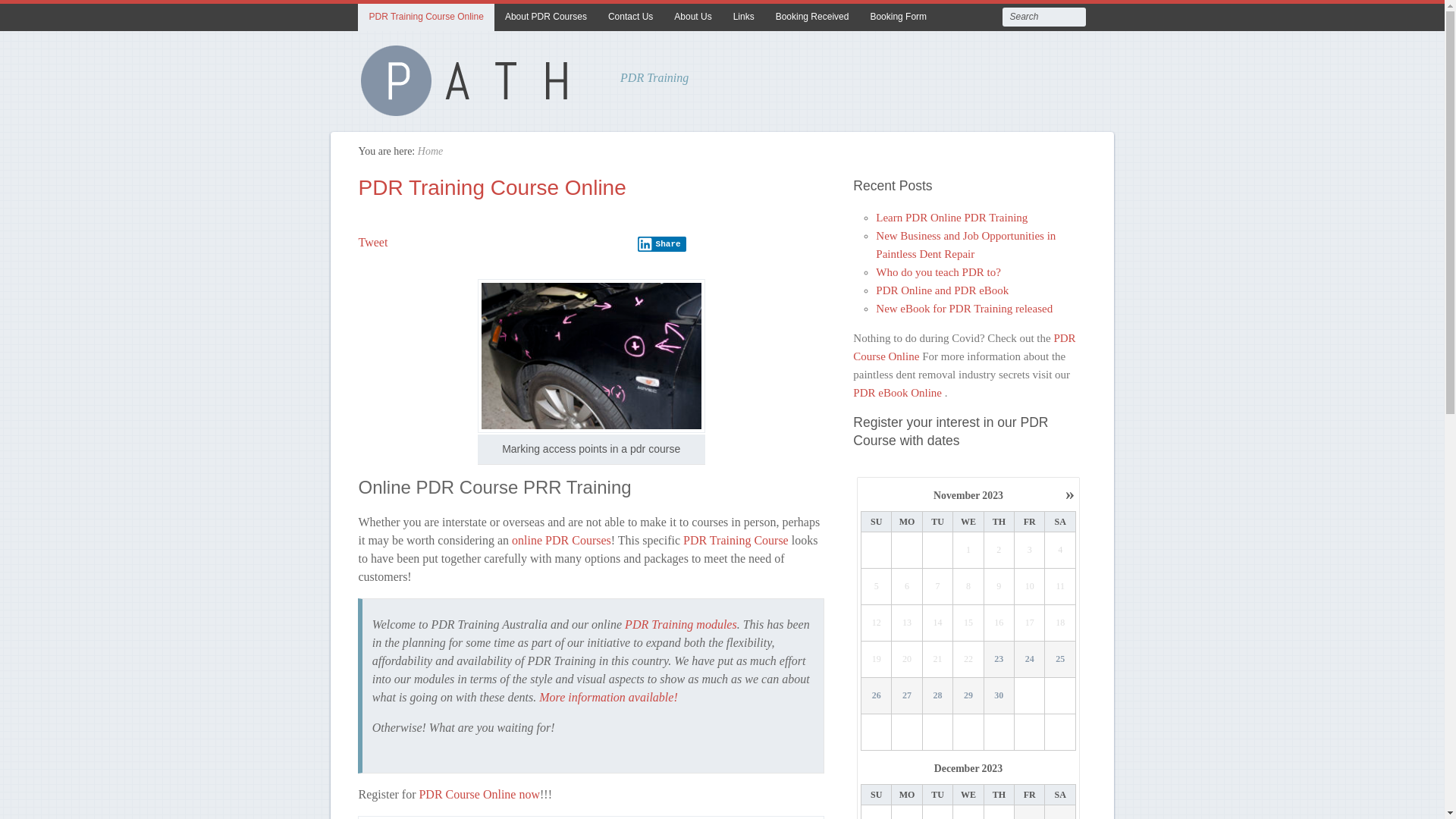  Describe the element at coordinates (892, 696) in the screenshot. I see `'27'` at that location.